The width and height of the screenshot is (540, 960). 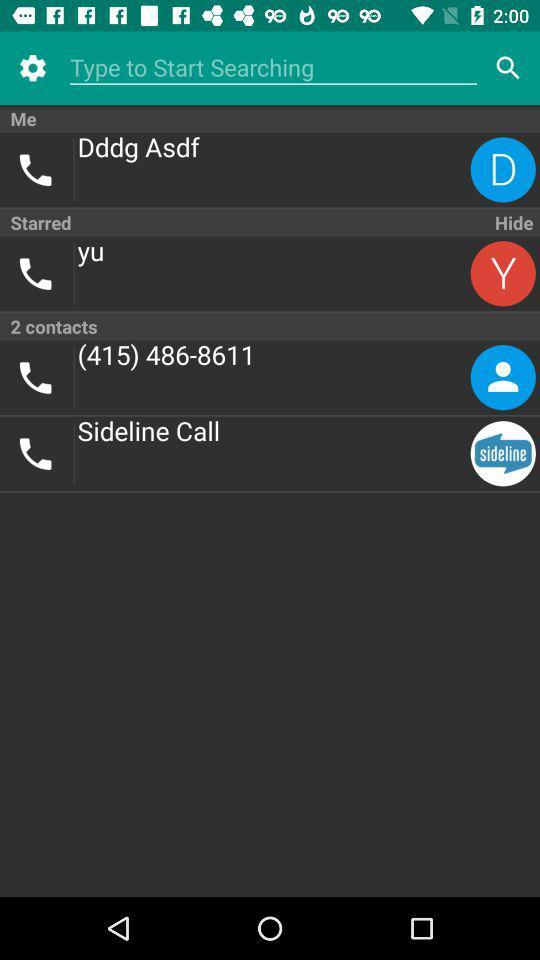 What do you see at coordinates (512, 222) in the screenshot?
I see `the icon next to the starred icon` at bounding box center [512, 222].